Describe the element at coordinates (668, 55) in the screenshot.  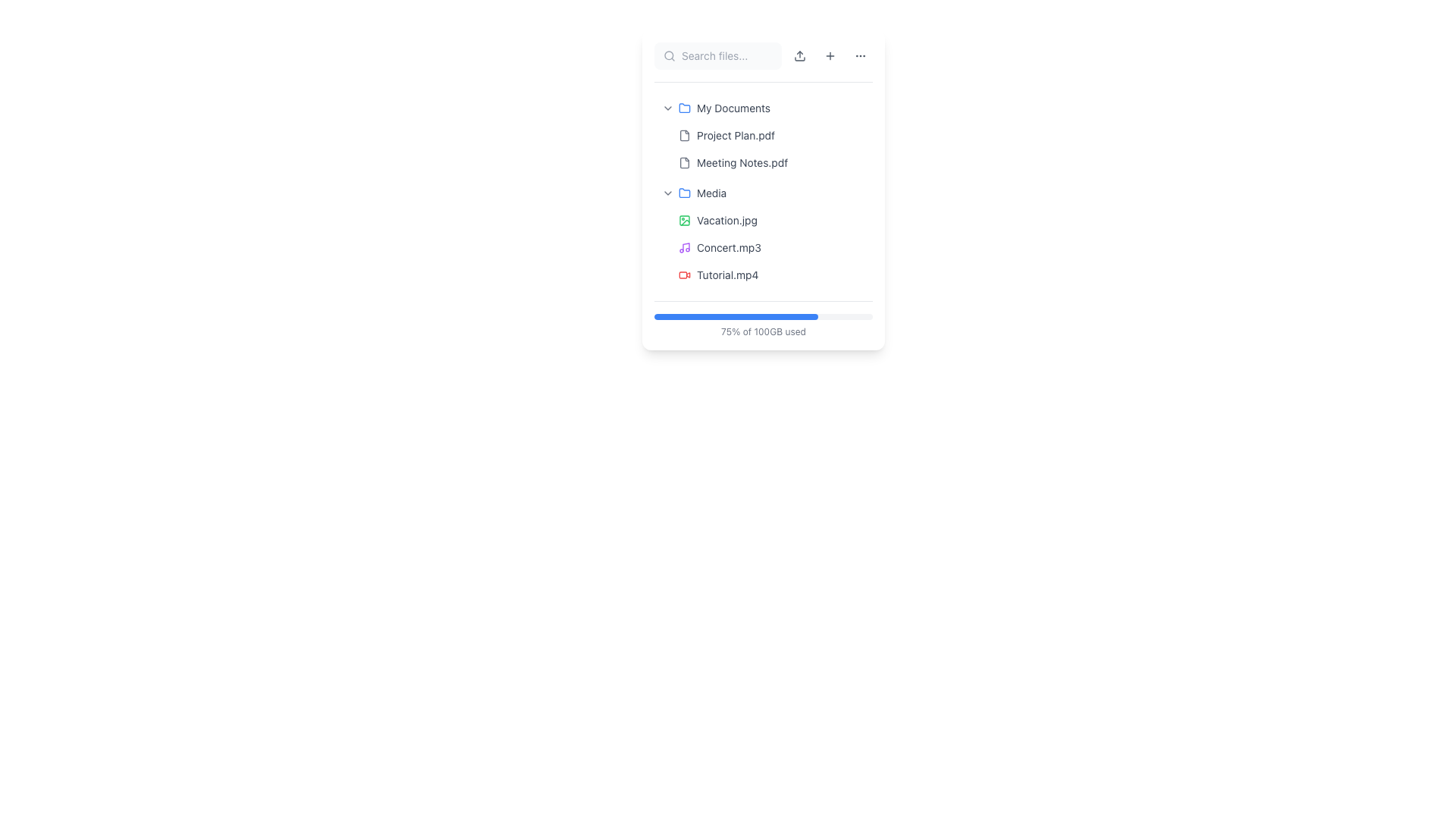
I see `the search field associated with the graphical circle representing a search icon located within an SVG structure` at that location.